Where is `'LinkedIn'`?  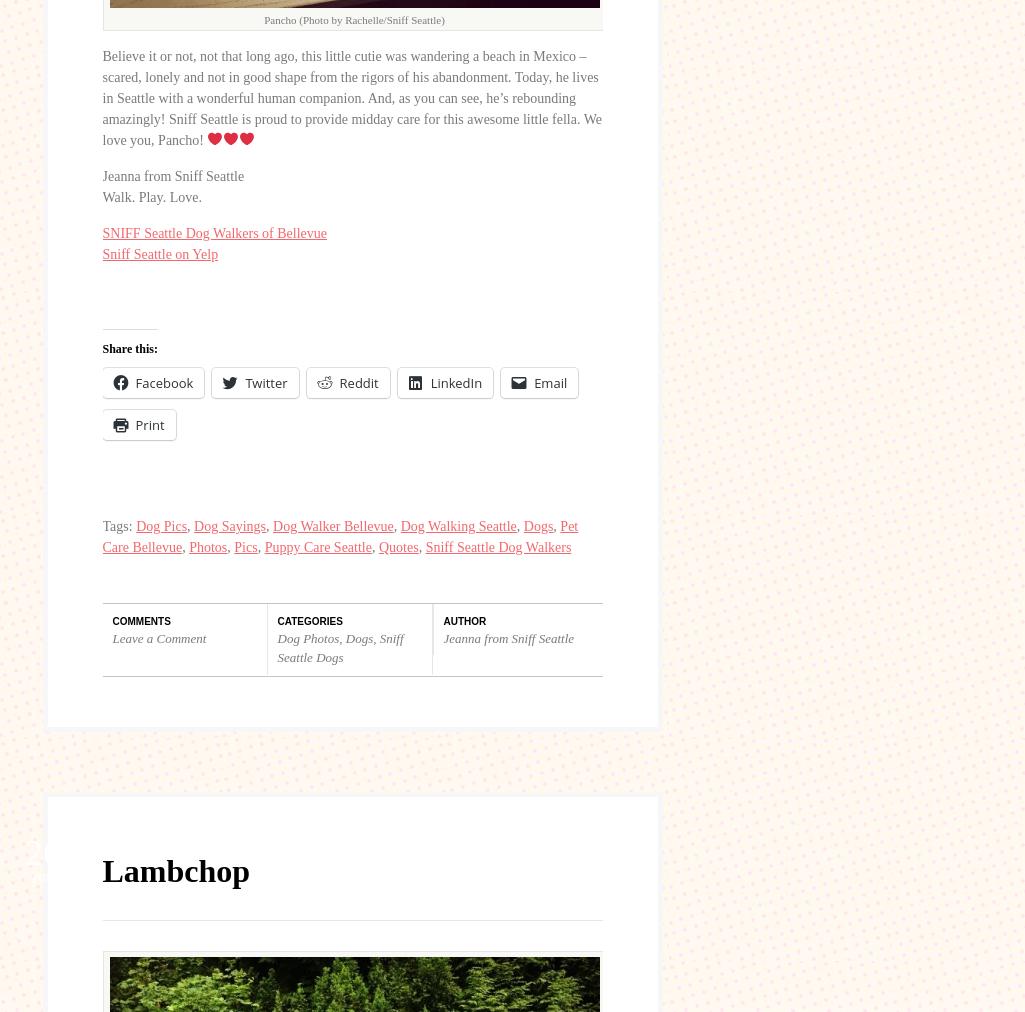
'LinkedIn' is located at coordinates (428, 382).